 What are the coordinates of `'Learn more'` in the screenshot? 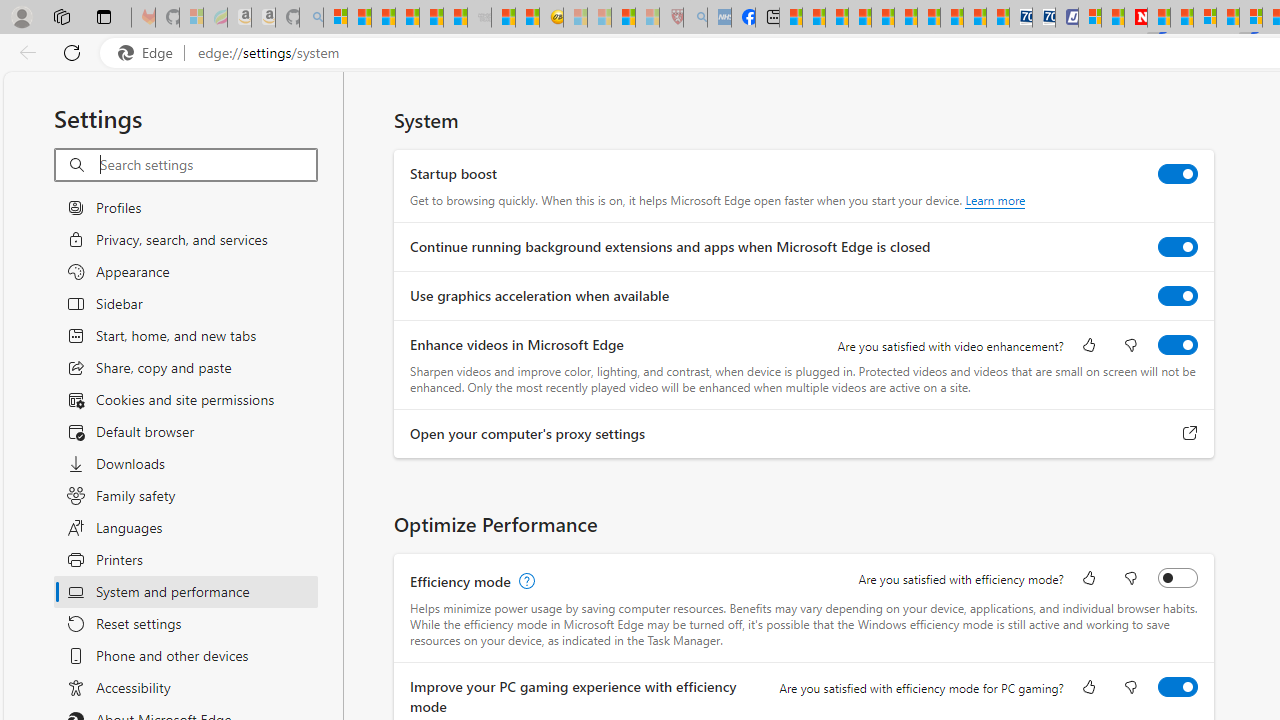 It's located at (995, 200).